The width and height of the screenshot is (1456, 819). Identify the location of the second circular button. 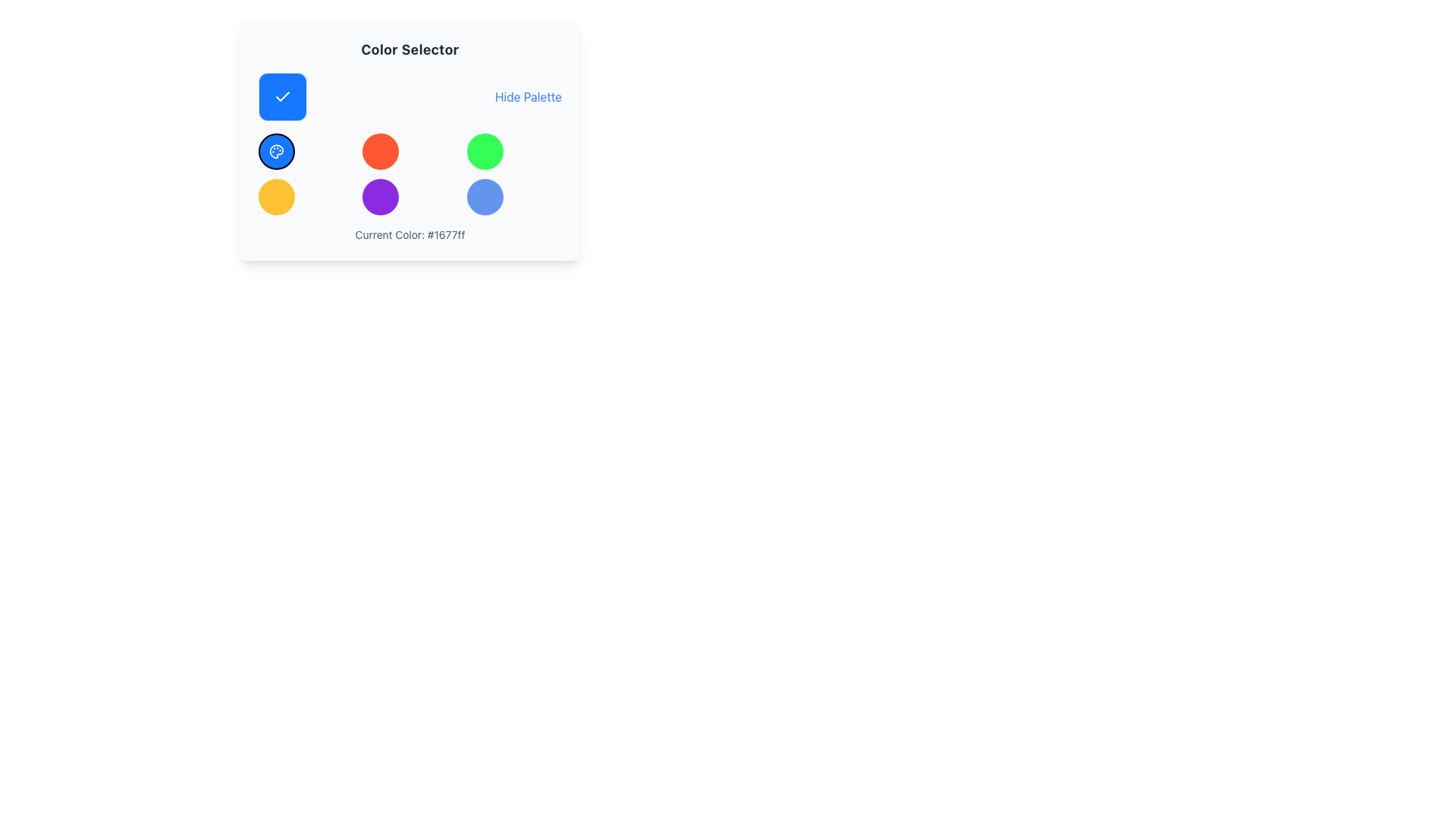
(276, 152).